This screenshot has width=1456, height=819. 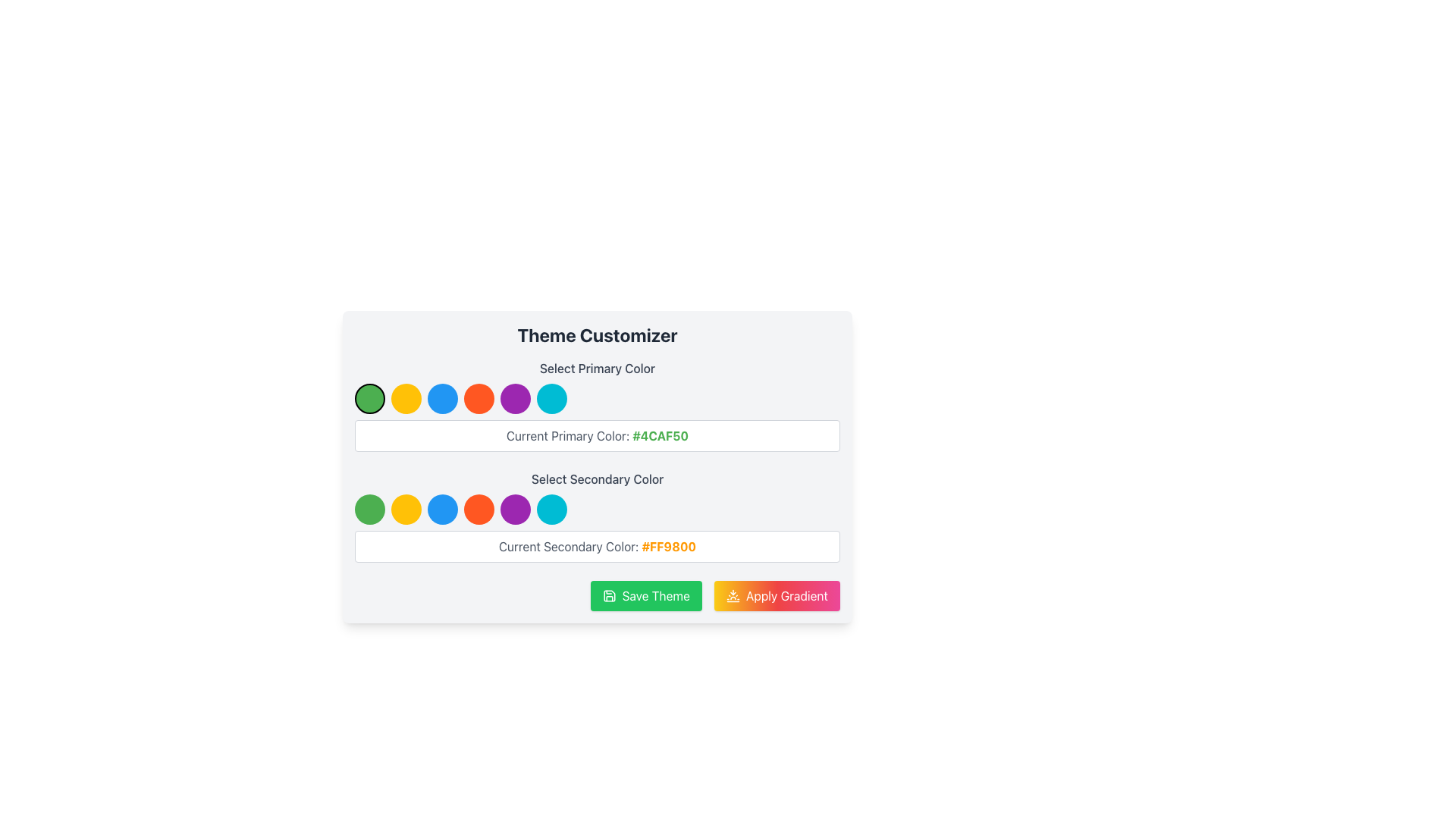 What do you see at coordinates (370, 509) in the screenshot?
I see `the first circular button with a green background in the row of color-select buttons under the 'Select Secondary Color' section of the theme customizer interface` at bounding box center [370, 509].